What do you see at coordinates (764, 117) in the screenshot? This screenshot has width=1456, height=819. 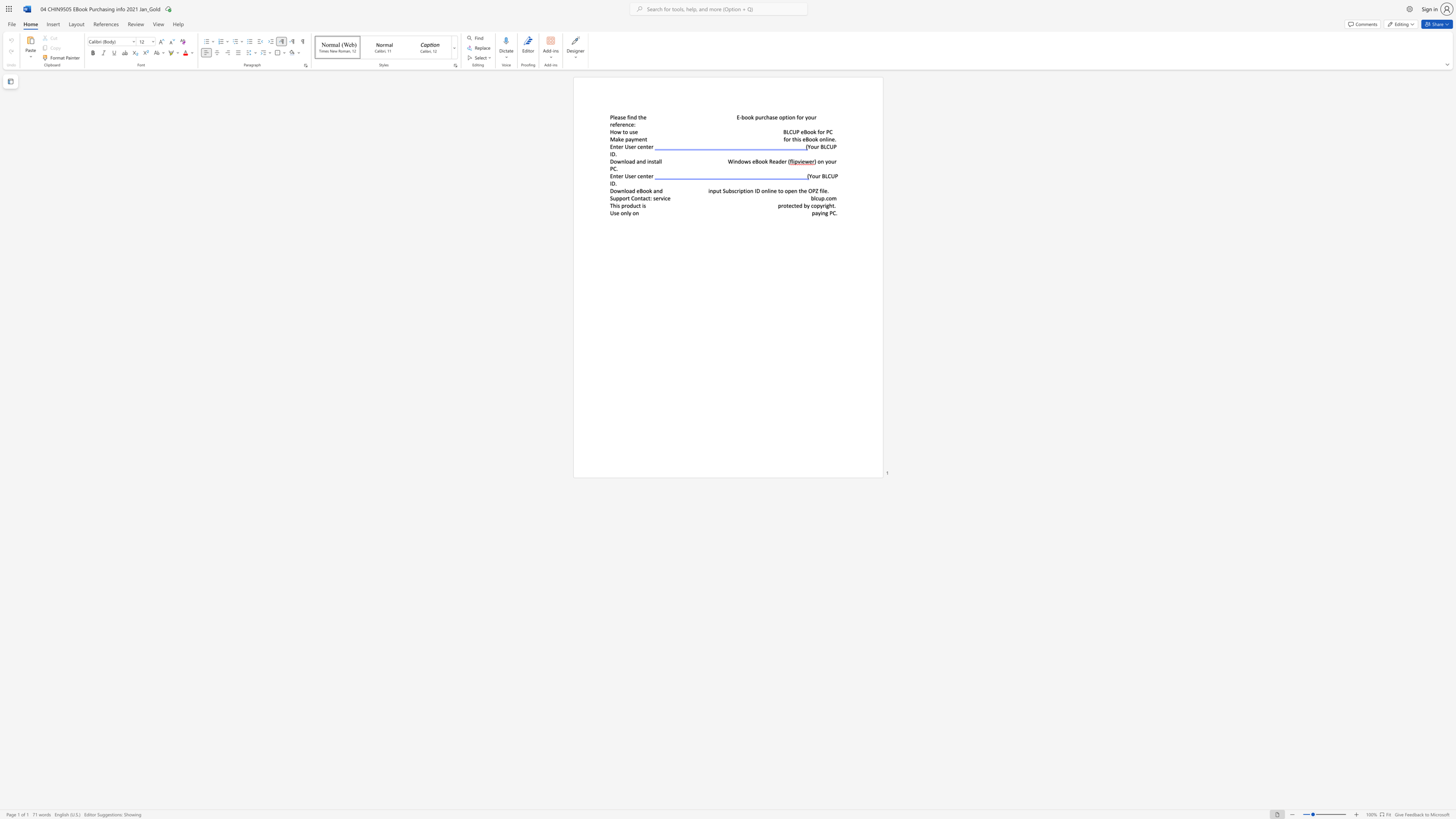 I see `the 1th character "c" in the text` at bounding box center [764, 117].